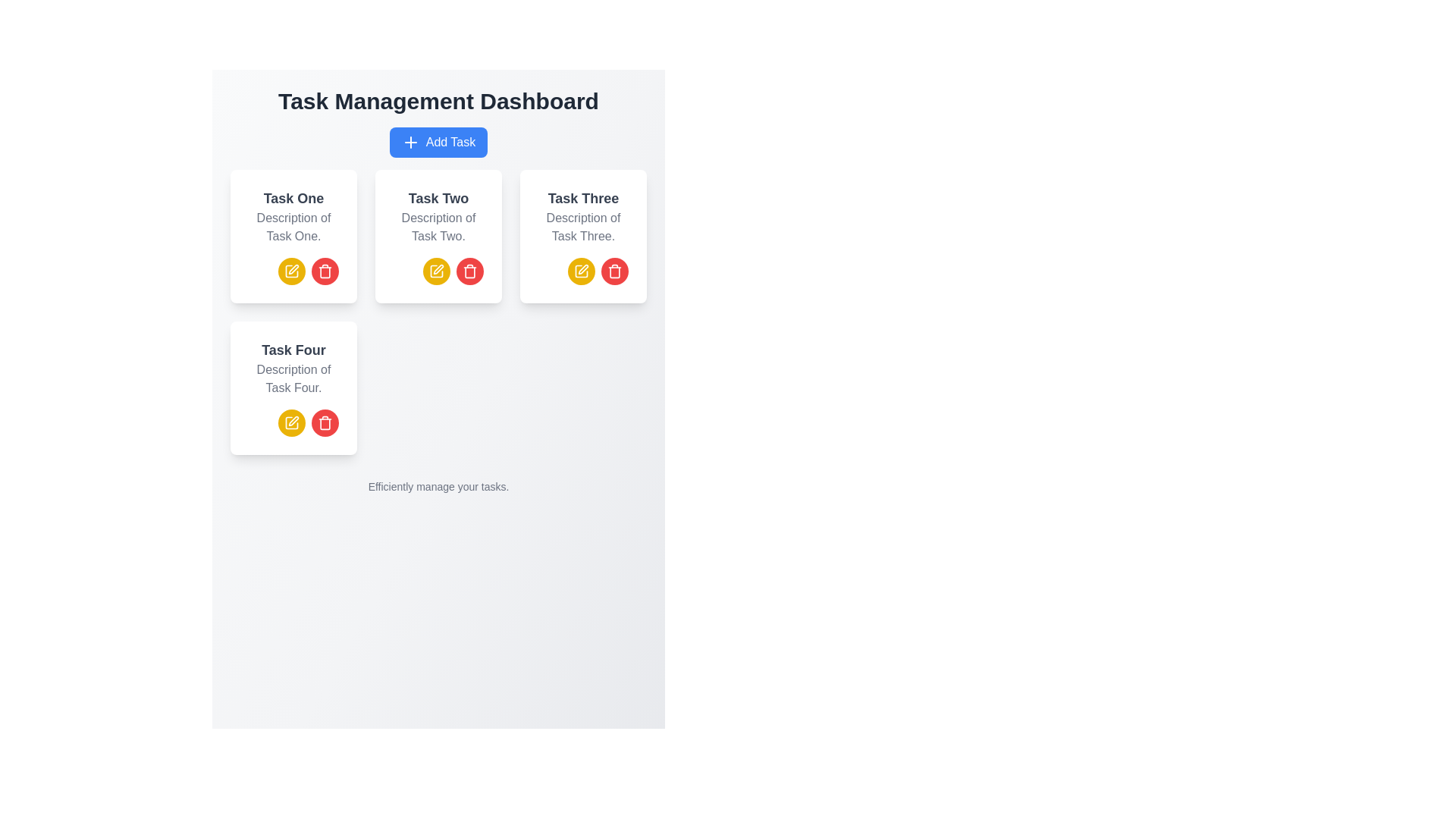 This screenshot has width=1456, height=819. Describe the element at coordinates (324, 271) in the screenshot. I see `the delete icon button located at the bottom right corner of the 'Task Two' card` at that location.